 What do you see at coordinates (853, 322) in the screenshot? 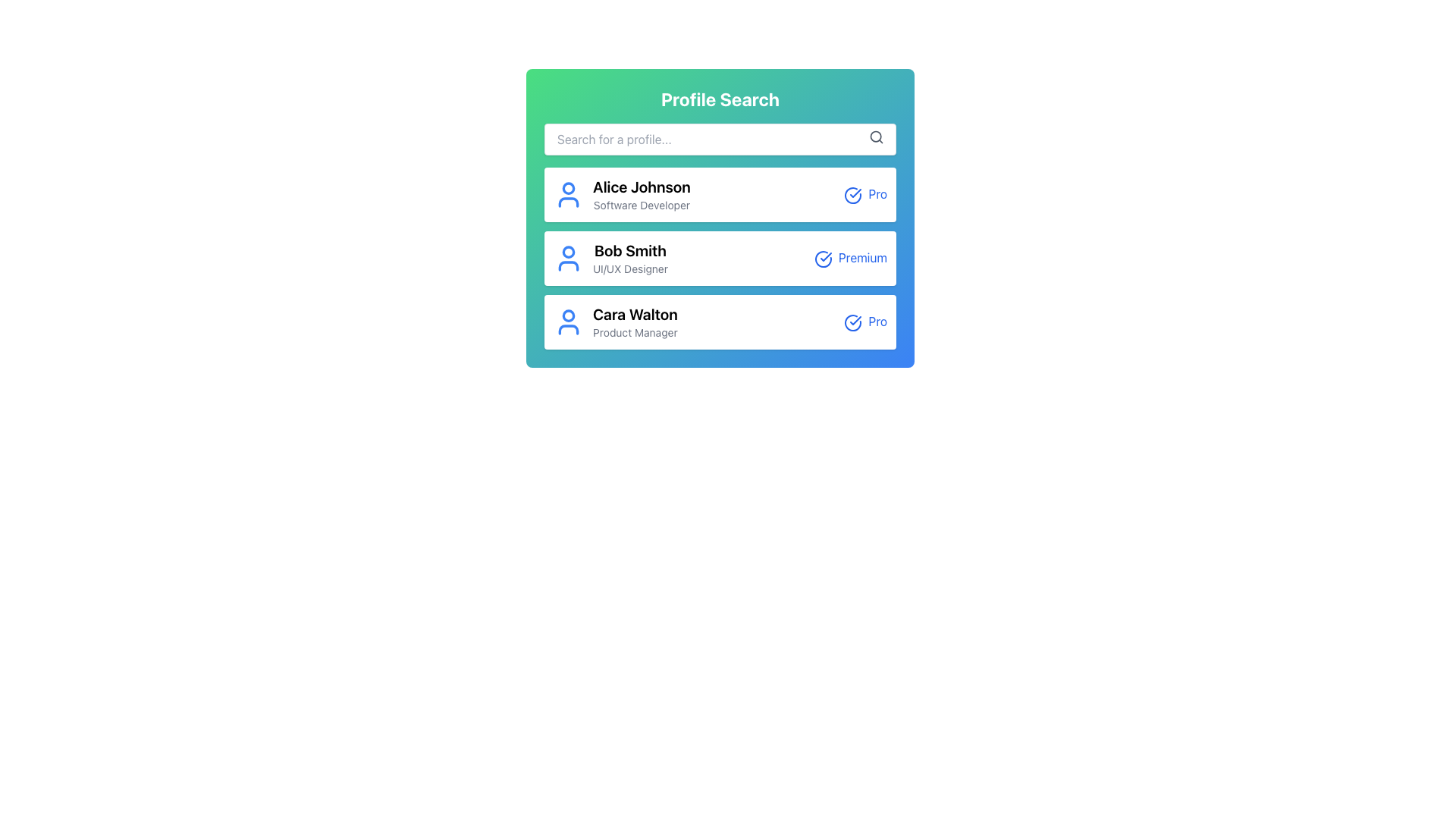
I see `the circular checkmark icon located to the right of 'Cara Walton' and above the 'Pro' text in the profile search section` at bounding box center [853, 322].